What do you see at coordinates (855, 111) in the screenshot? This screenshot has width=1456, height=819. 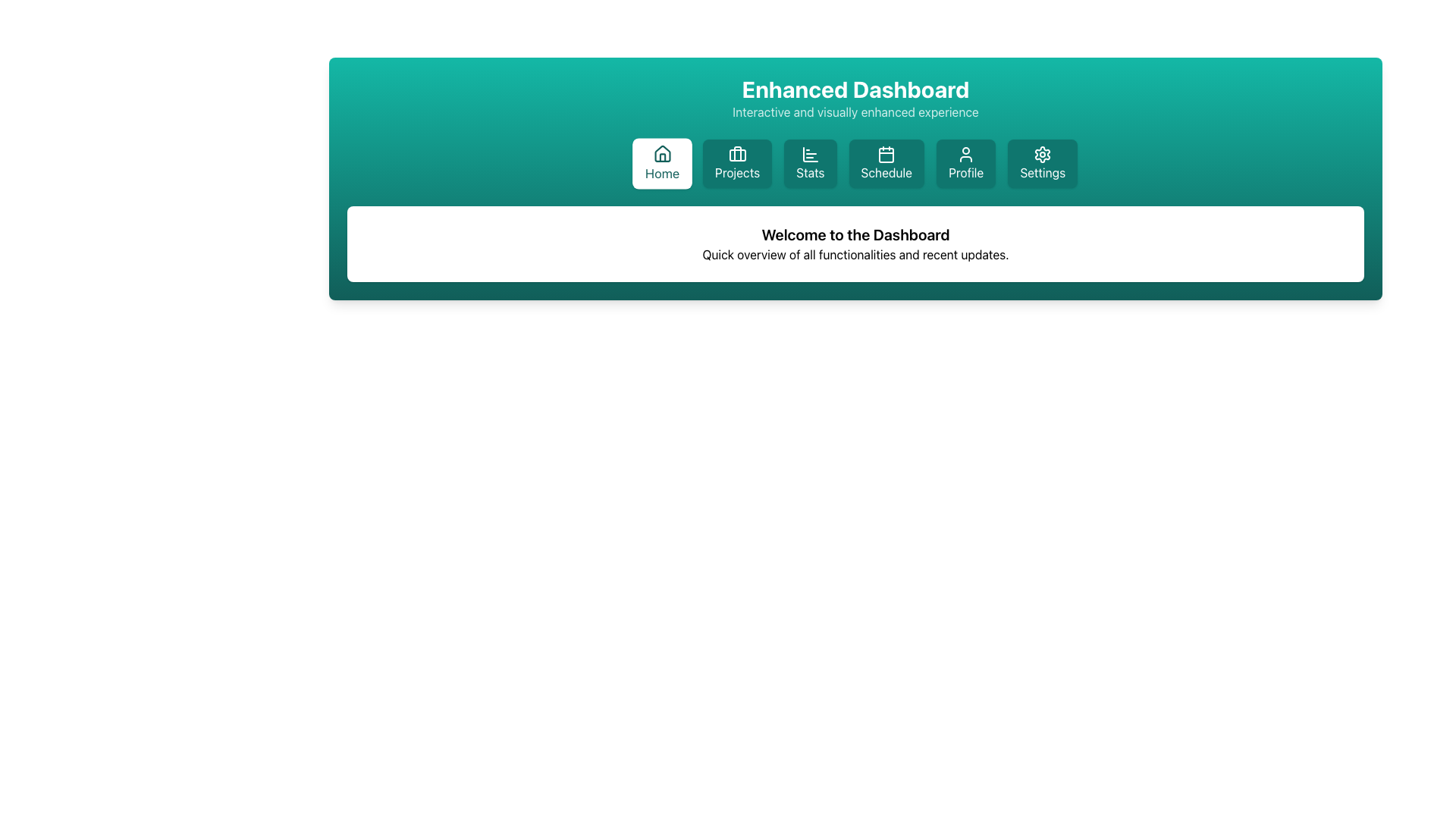 I see `the text label displaying 'Interactive and visually enhanced experience', which is a descriptive subtitle located directly beneath the title 'Enhanced Dashboard' on the green background header bar` at bounding box center [855, 111].